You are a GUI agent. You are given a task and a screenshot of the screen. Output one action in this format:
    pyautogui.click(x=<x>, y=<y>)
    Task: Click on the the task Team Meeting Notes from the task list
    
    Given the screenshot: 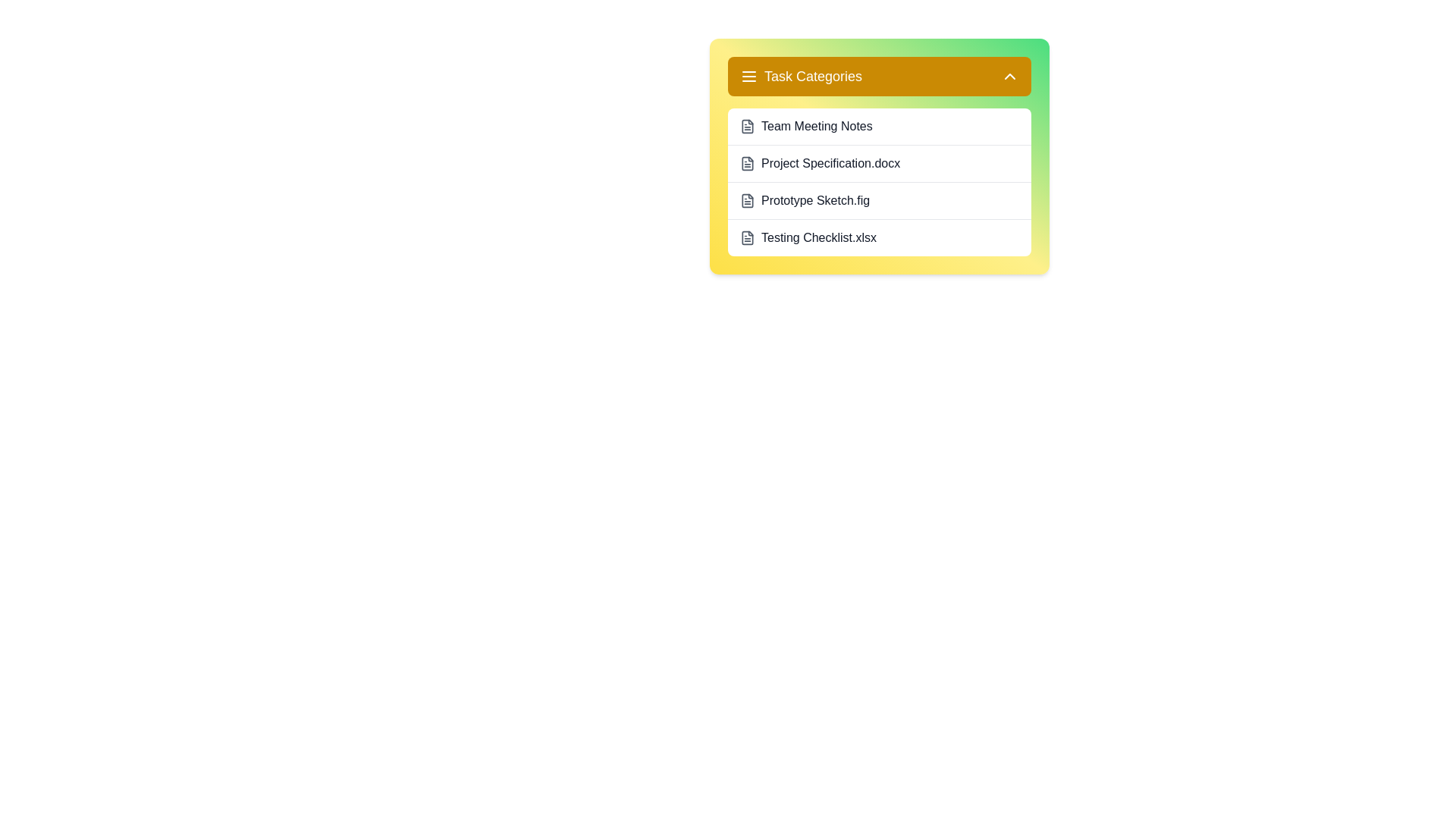 What is the action you would take?
    pyautogui.click(x=880, y=125)
    